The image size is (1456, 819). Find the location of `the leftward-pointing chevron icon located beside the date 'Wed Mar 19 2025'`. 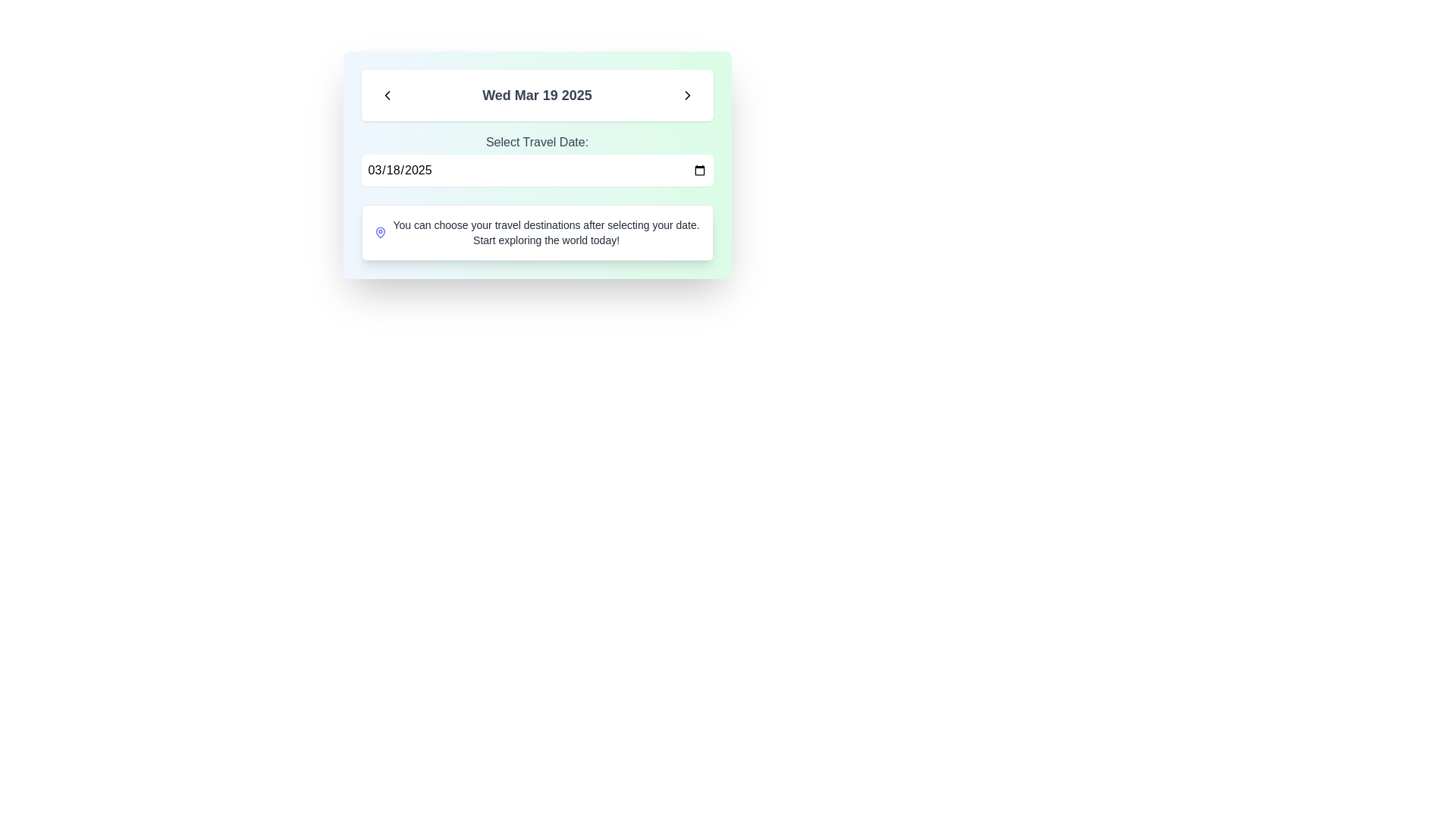

the leftward-pointing chevron icon located beside the date 'Wed Mar 19 2025' is located at coordinates (387, 96).